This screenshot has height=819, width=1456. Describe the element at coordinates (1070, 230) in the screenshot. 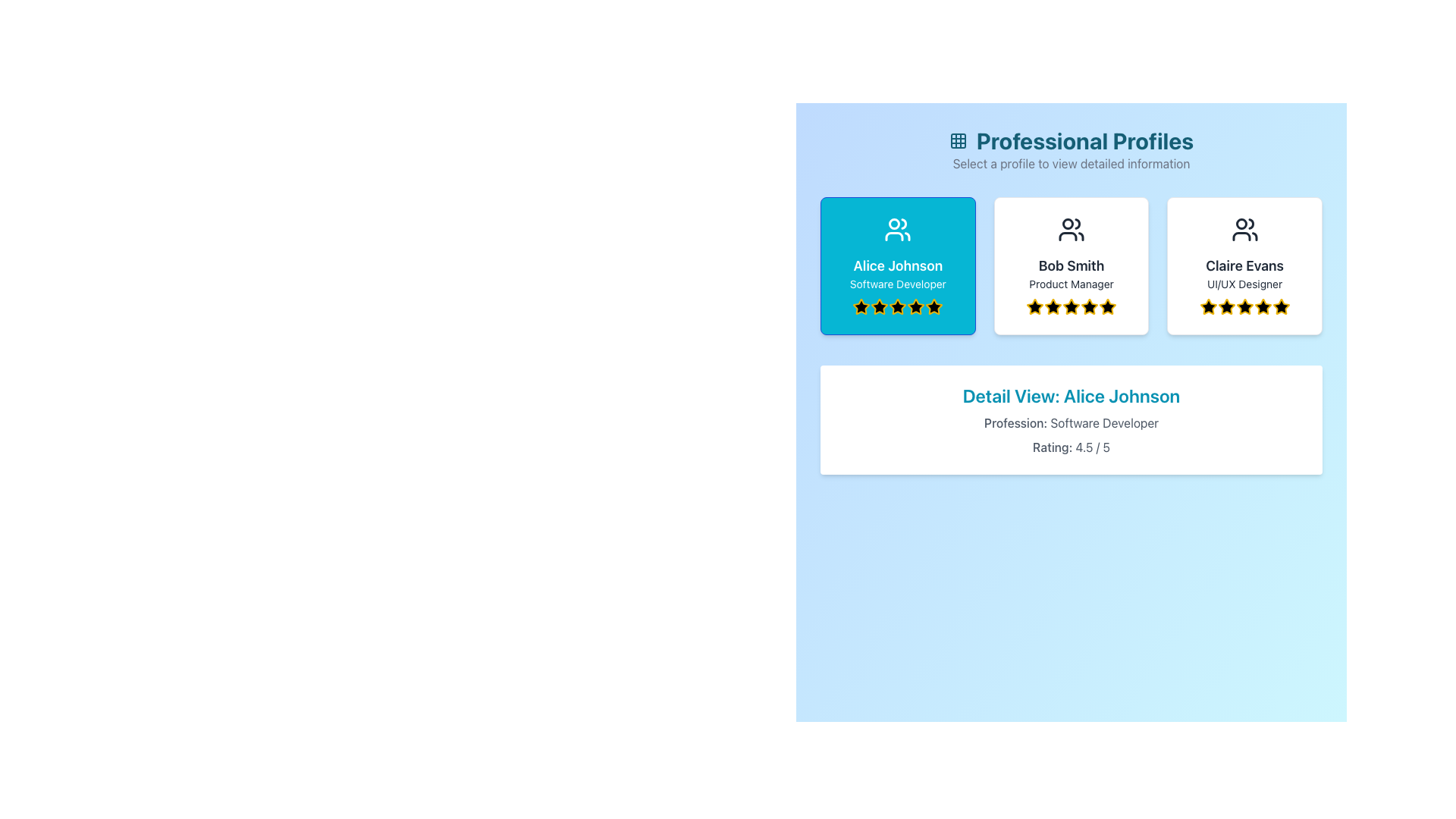

I see `the user icon representing Bob Smith, which is centered within the card labeled 'Bob Smith Product Manager'` at that location.